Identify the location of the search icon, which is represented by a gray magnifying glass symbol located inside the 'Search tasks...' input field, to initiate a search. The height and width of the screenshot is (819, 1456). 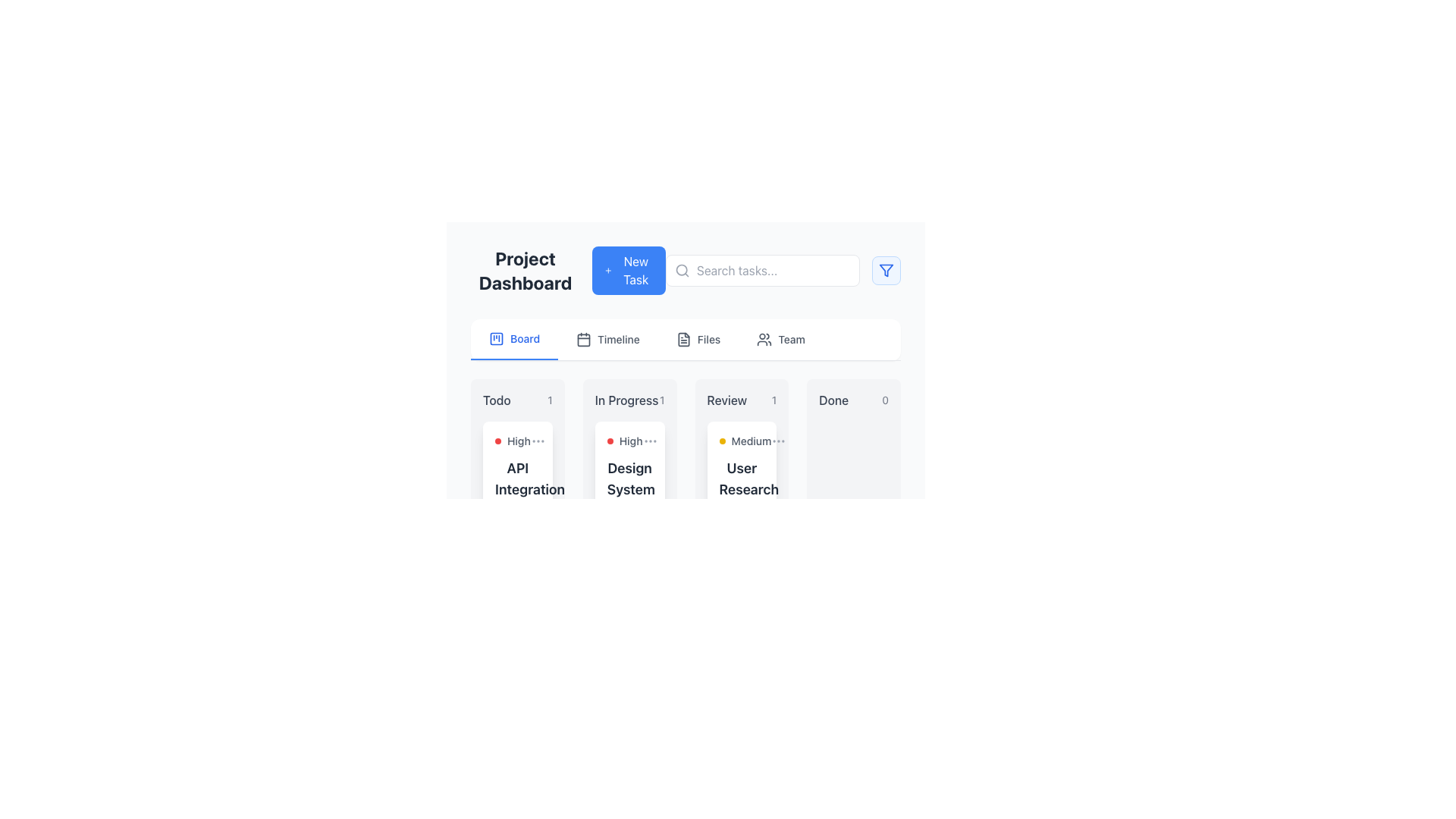
(682, 270).